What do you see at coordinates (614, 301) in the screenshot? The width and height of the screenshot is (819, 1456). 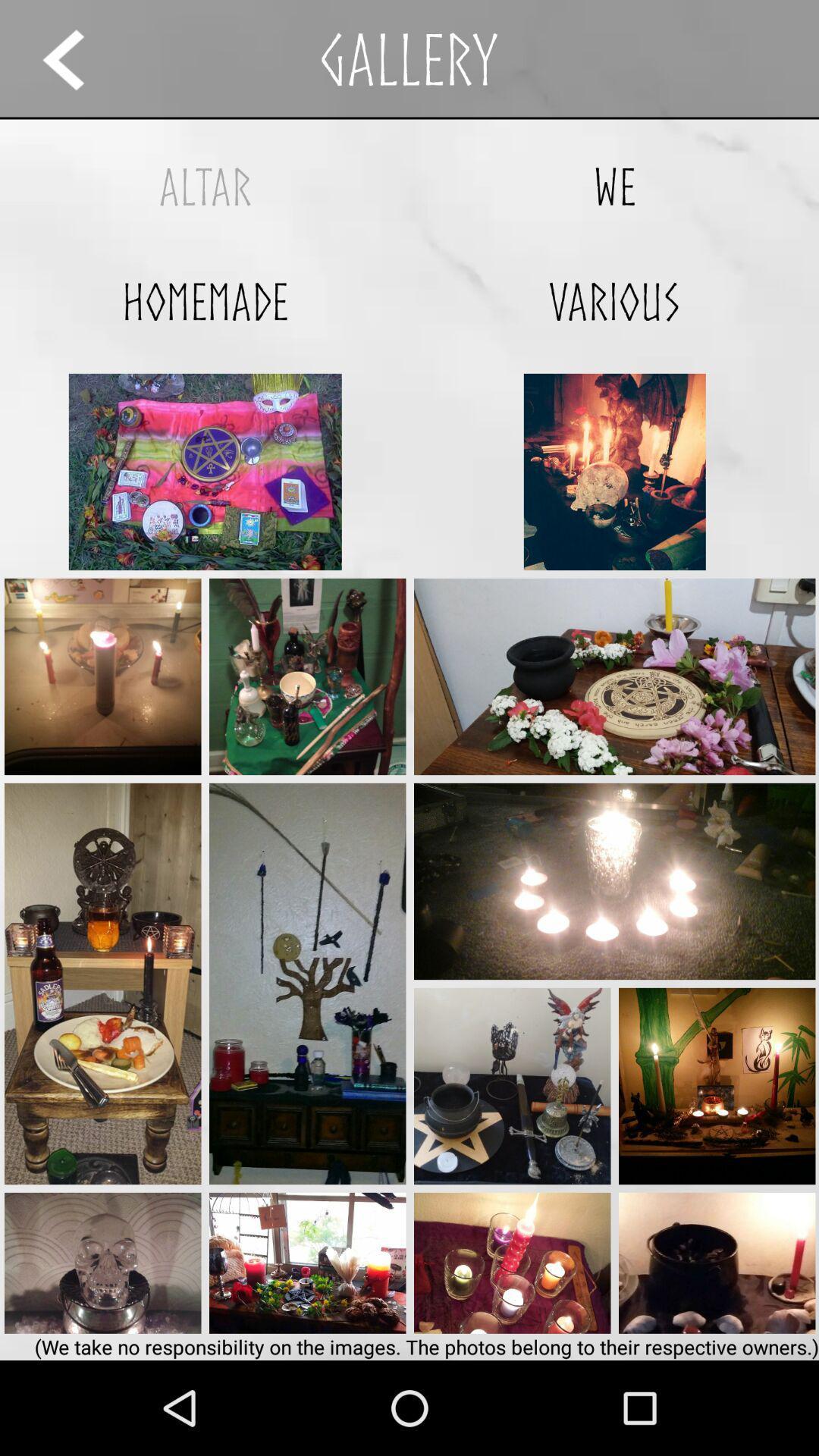 I see `icon below the we` at bounding box center [614, 301].